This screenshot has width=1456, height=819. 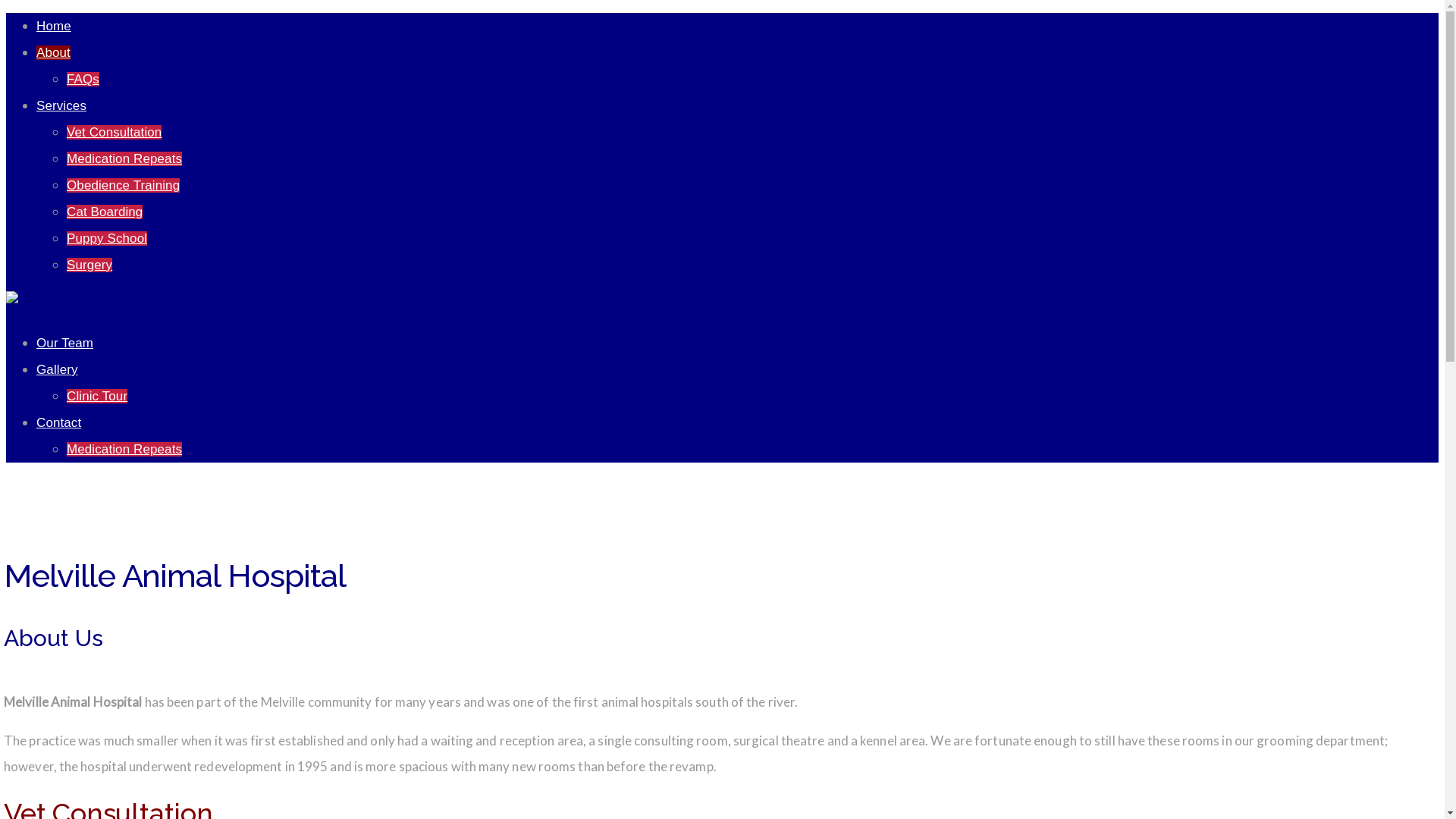 What do you see at coordinates (57, 369) in the screenshot?
I see `'Gallery'` at bounding box center [57, 369].